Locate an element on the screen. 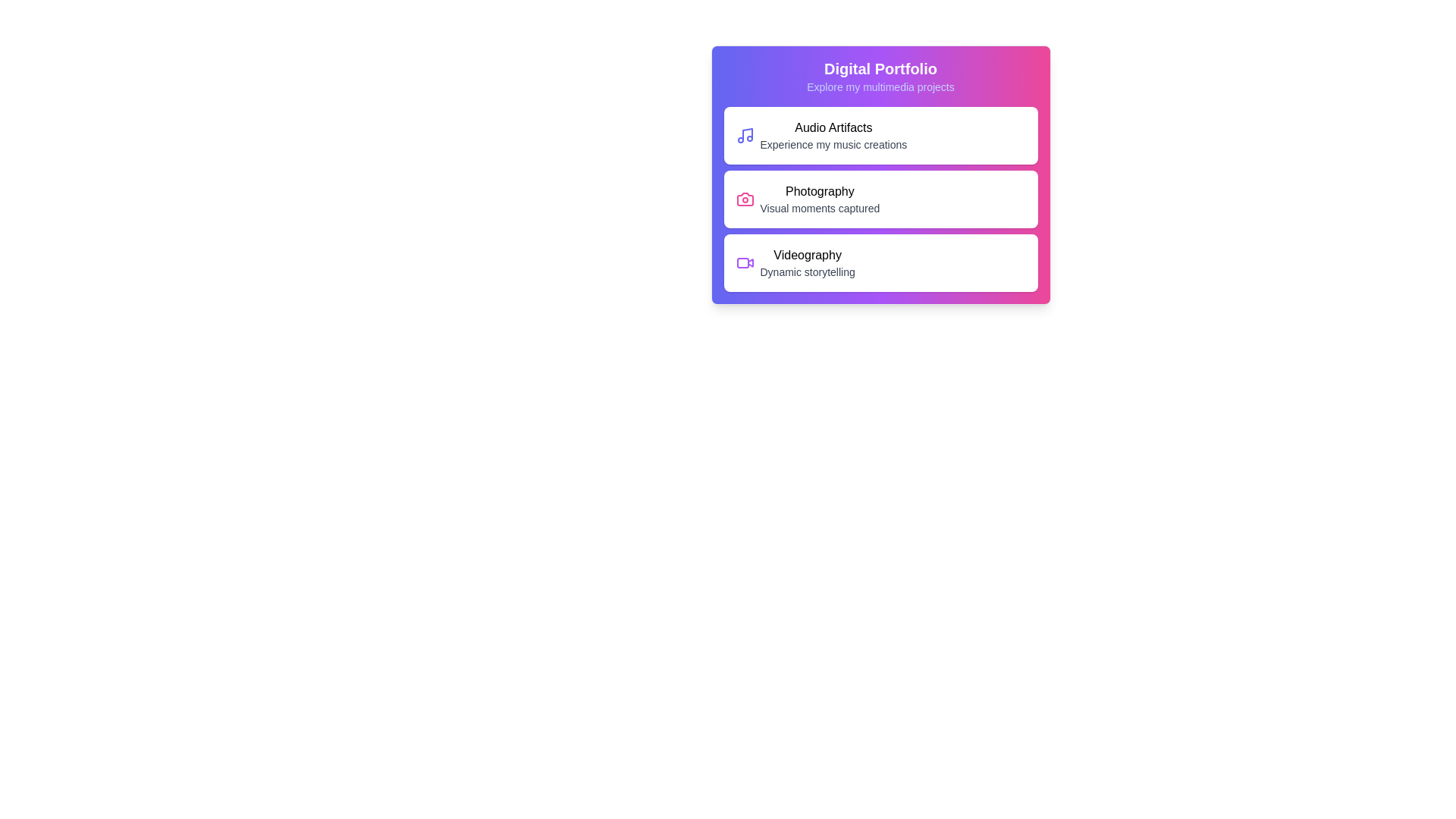 The image size is (1456, 819). details from the videography project card, which is the third card in a vertical stack of three cards is located at coordinates (880, 262).